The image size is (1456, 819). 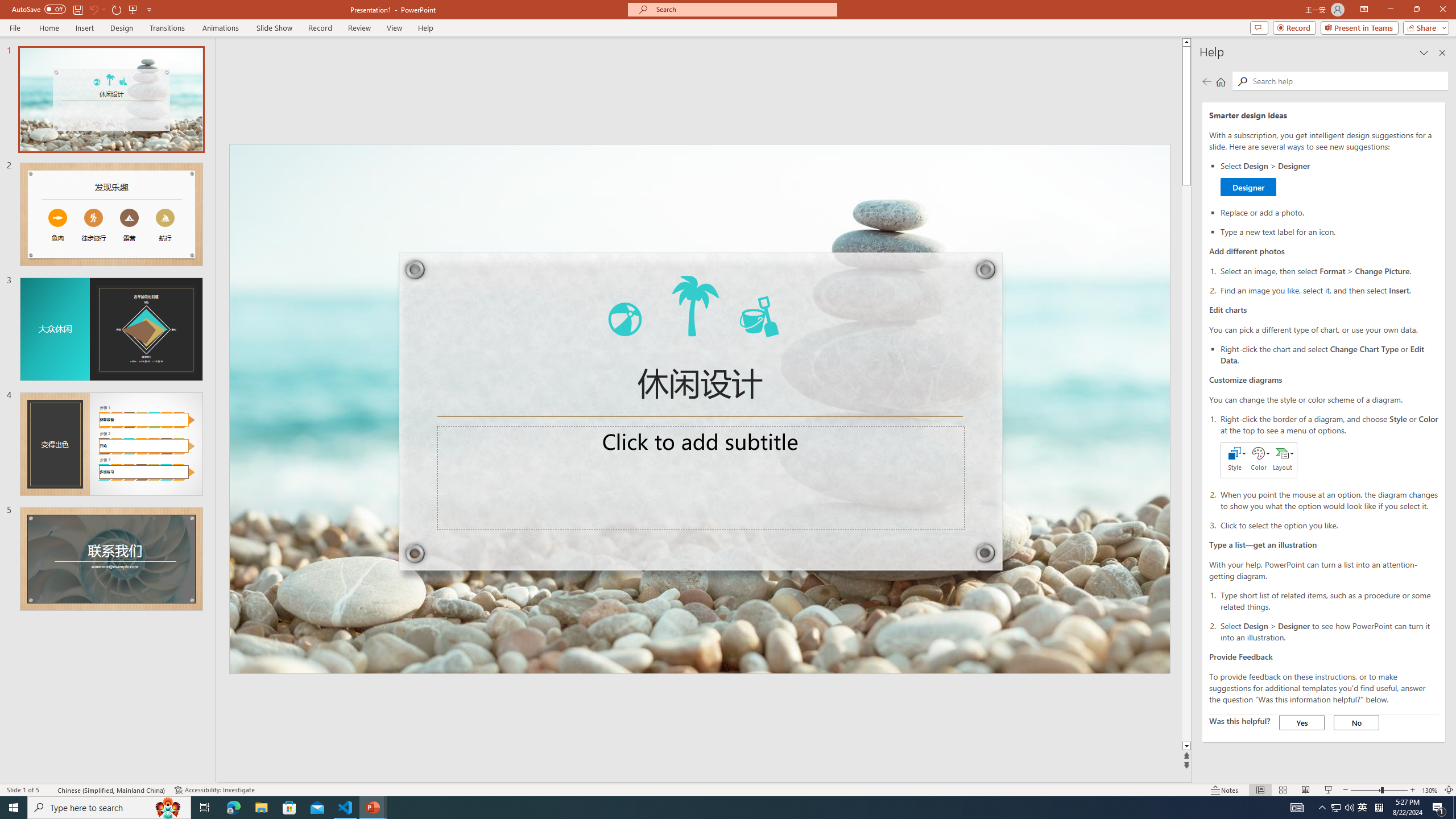 I want to click on 'Yes', so click(x=1301, y=722).